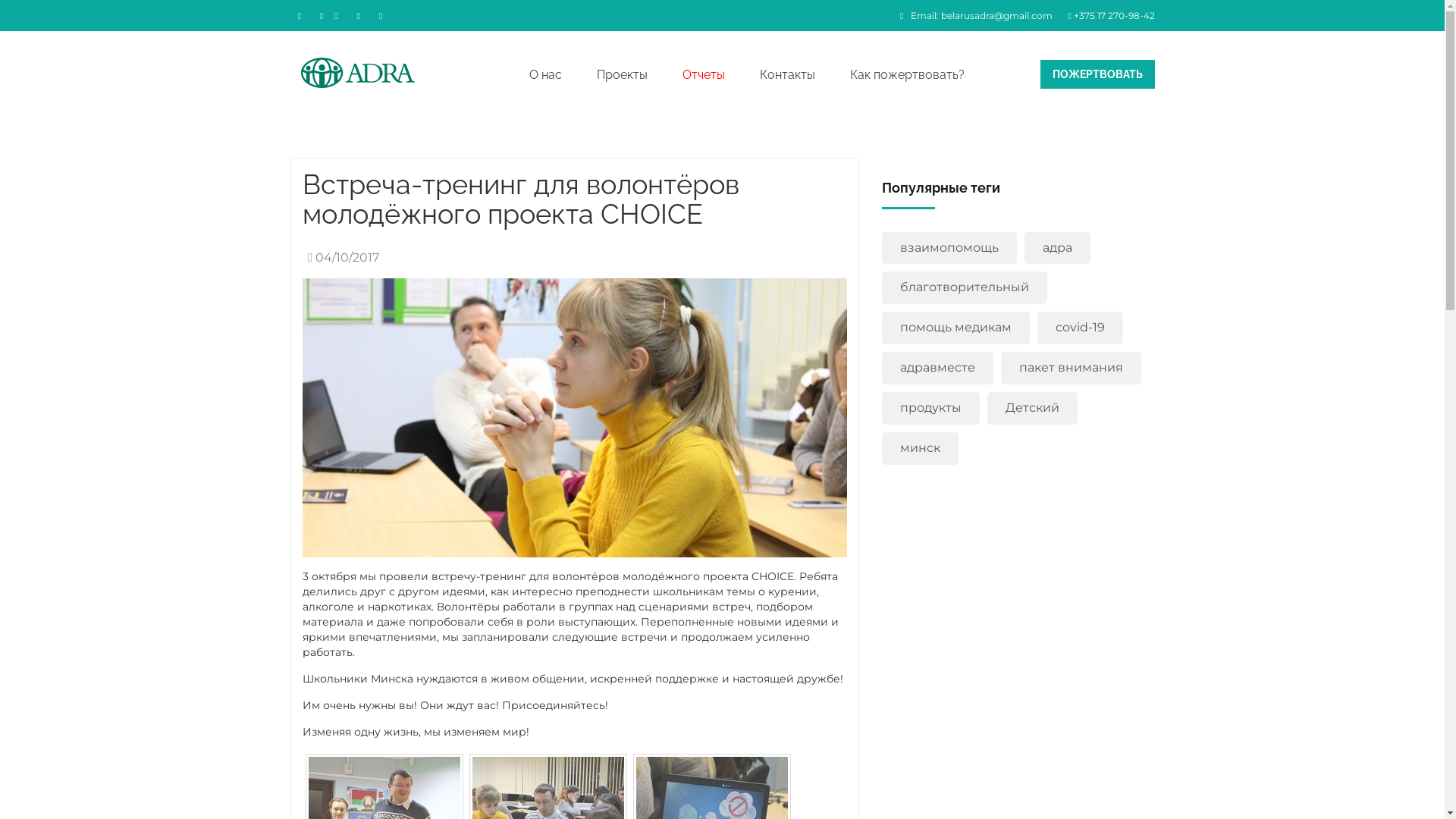 The height and width of the screenshot is (819, 1456). I want to click on 'covid-19', so click(1037, 327).